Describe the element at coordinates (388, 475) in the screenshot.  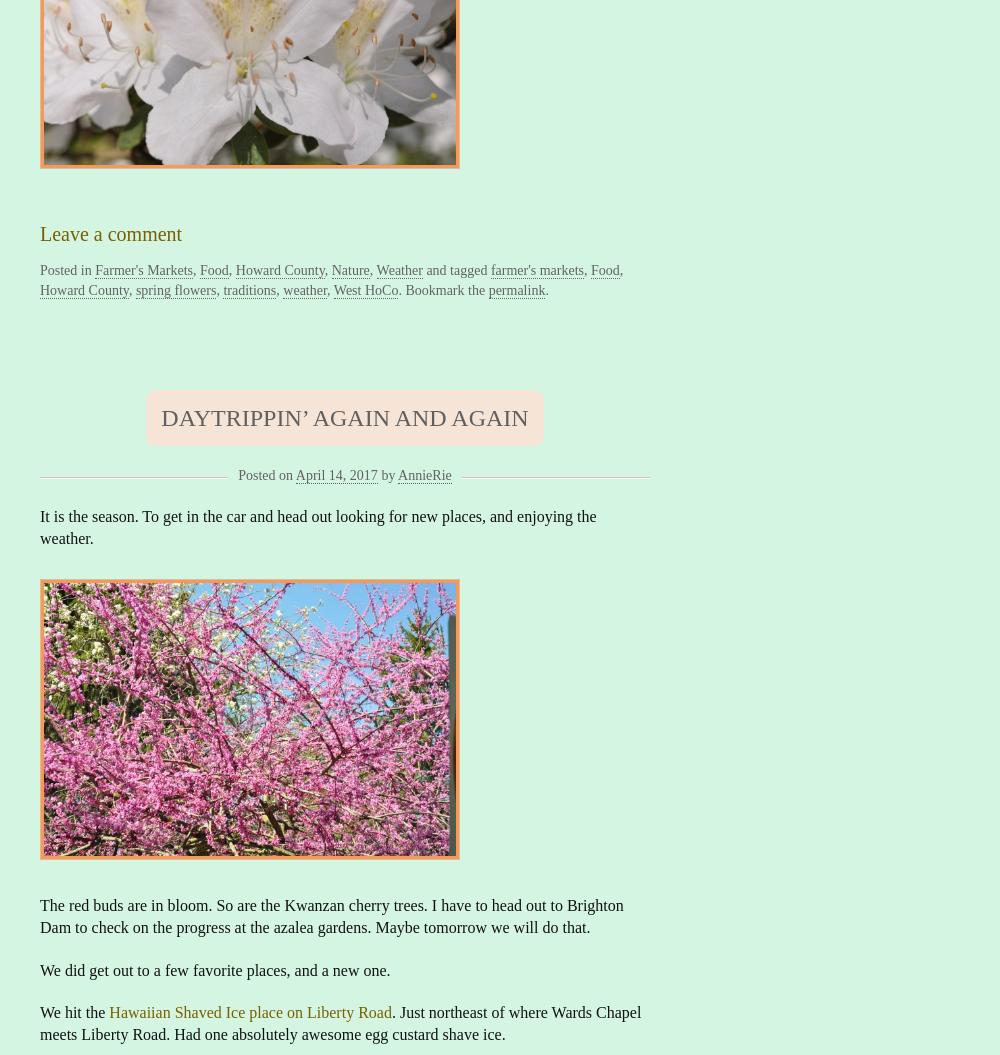
I see `'by'` at that location.